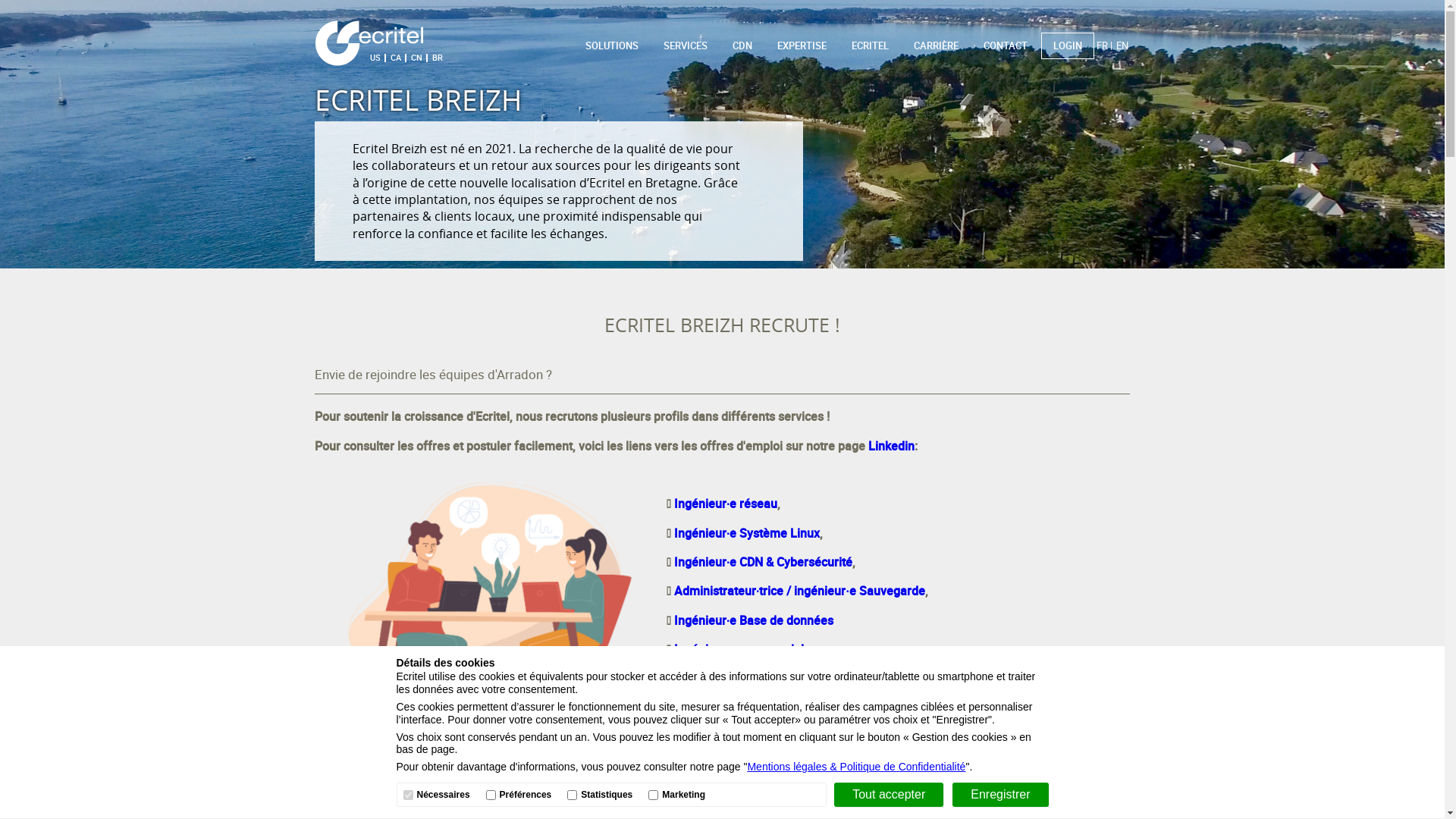  I want to click on 'CN', so click(416, 57).